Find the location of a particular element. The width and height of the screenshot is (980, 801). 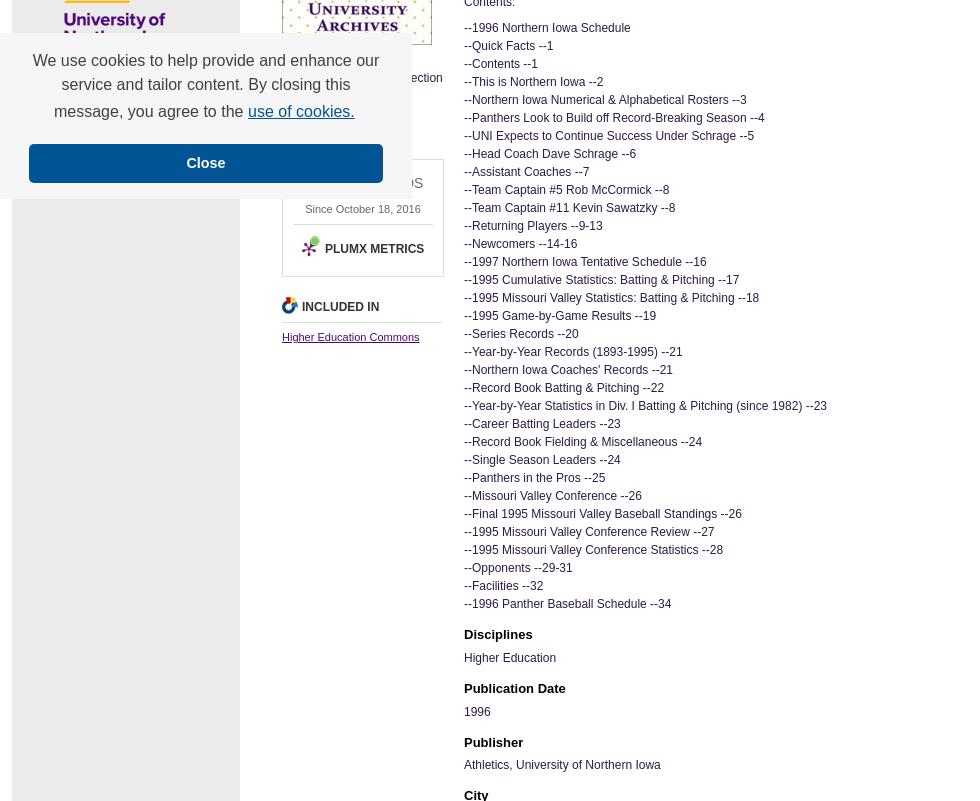

'UNI University Archives' is located at coordinates (343, 109).